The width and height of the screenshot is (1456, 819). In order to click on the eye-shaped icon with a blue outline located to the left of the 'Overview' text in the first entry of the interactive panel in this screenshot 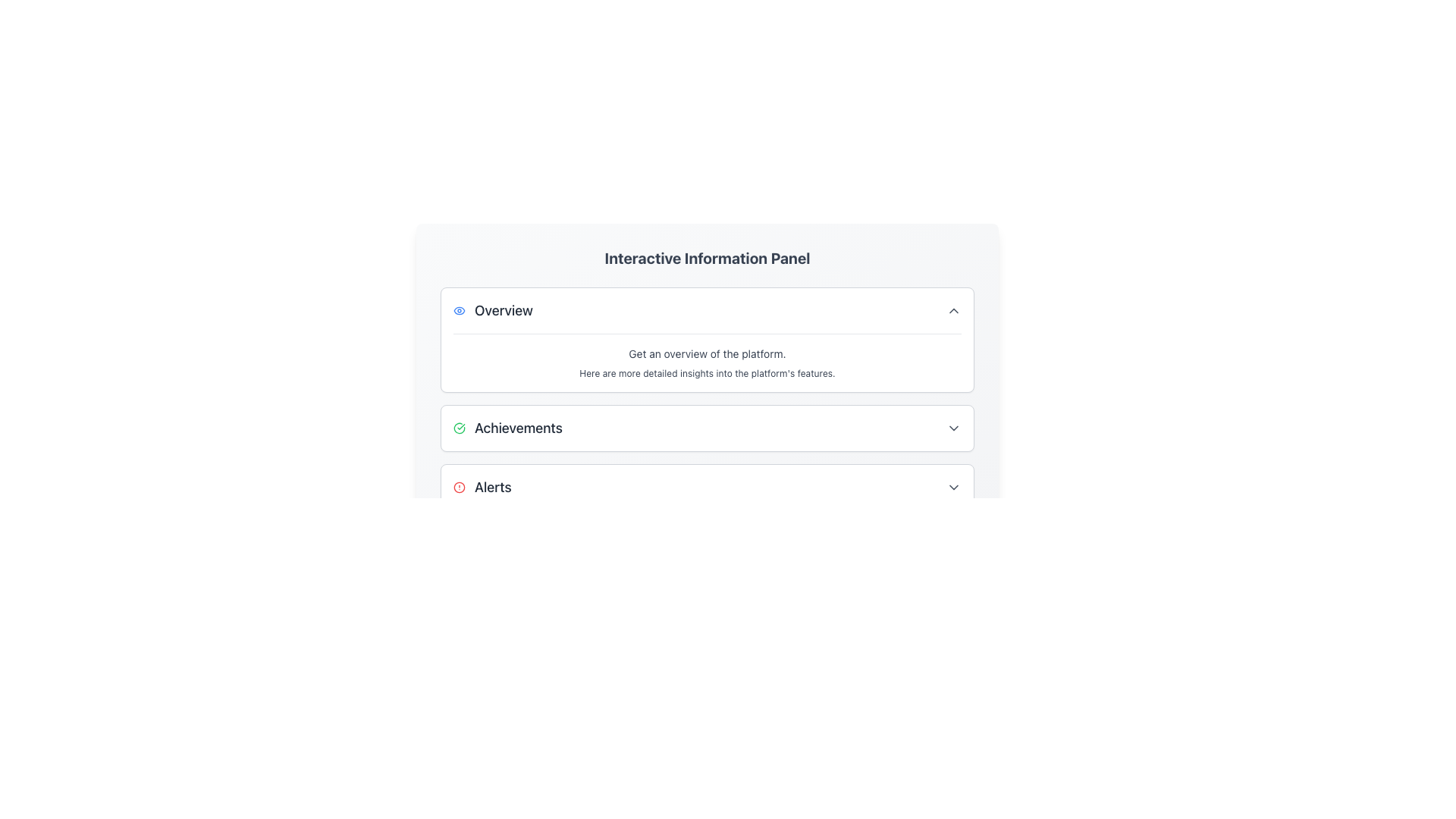, I will do `click(458, 309)`.